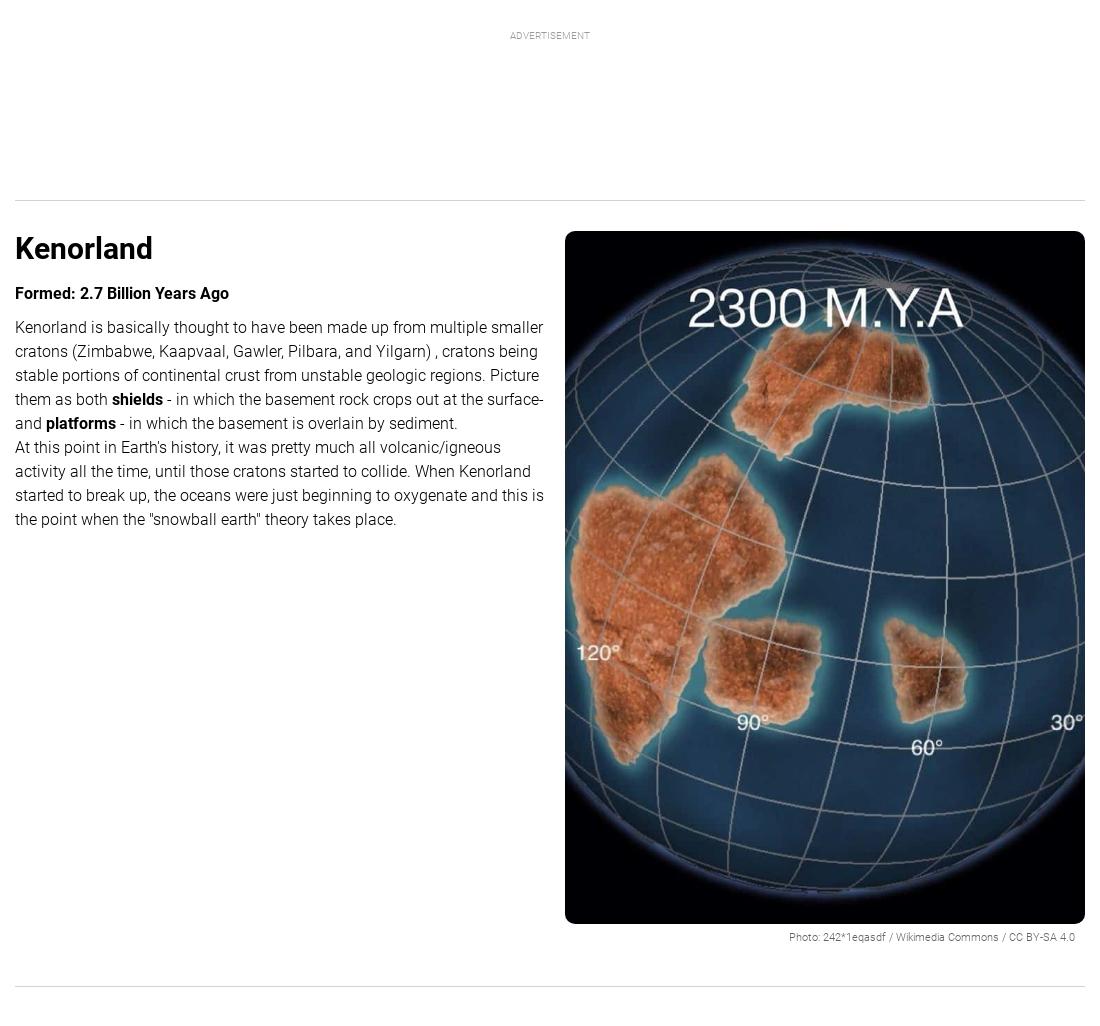 The width and height of the screenshot is (1100, 1026). What do you see at coordinates (853, 936) in the screenshot?
I see `'242*1eqasdf'` at bounding box center [853, 936].